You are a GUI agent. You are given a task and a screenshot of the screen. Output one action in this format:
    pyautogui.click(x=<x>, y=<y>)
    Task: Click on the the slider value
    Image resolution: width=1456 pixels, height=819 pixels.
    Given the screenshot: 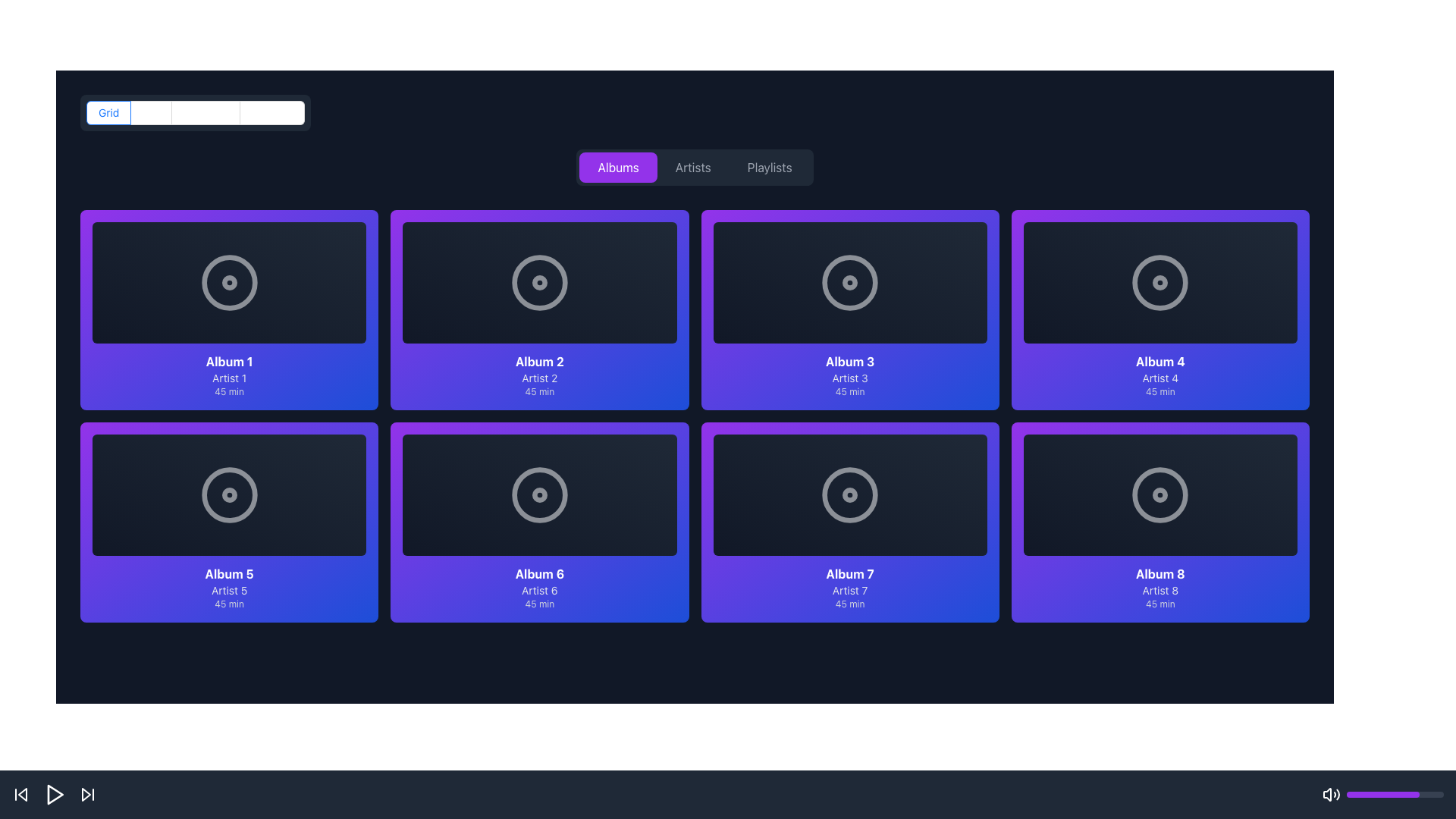 What is the action you would take?
    pyautogui.click(x=1348, y=794)
    